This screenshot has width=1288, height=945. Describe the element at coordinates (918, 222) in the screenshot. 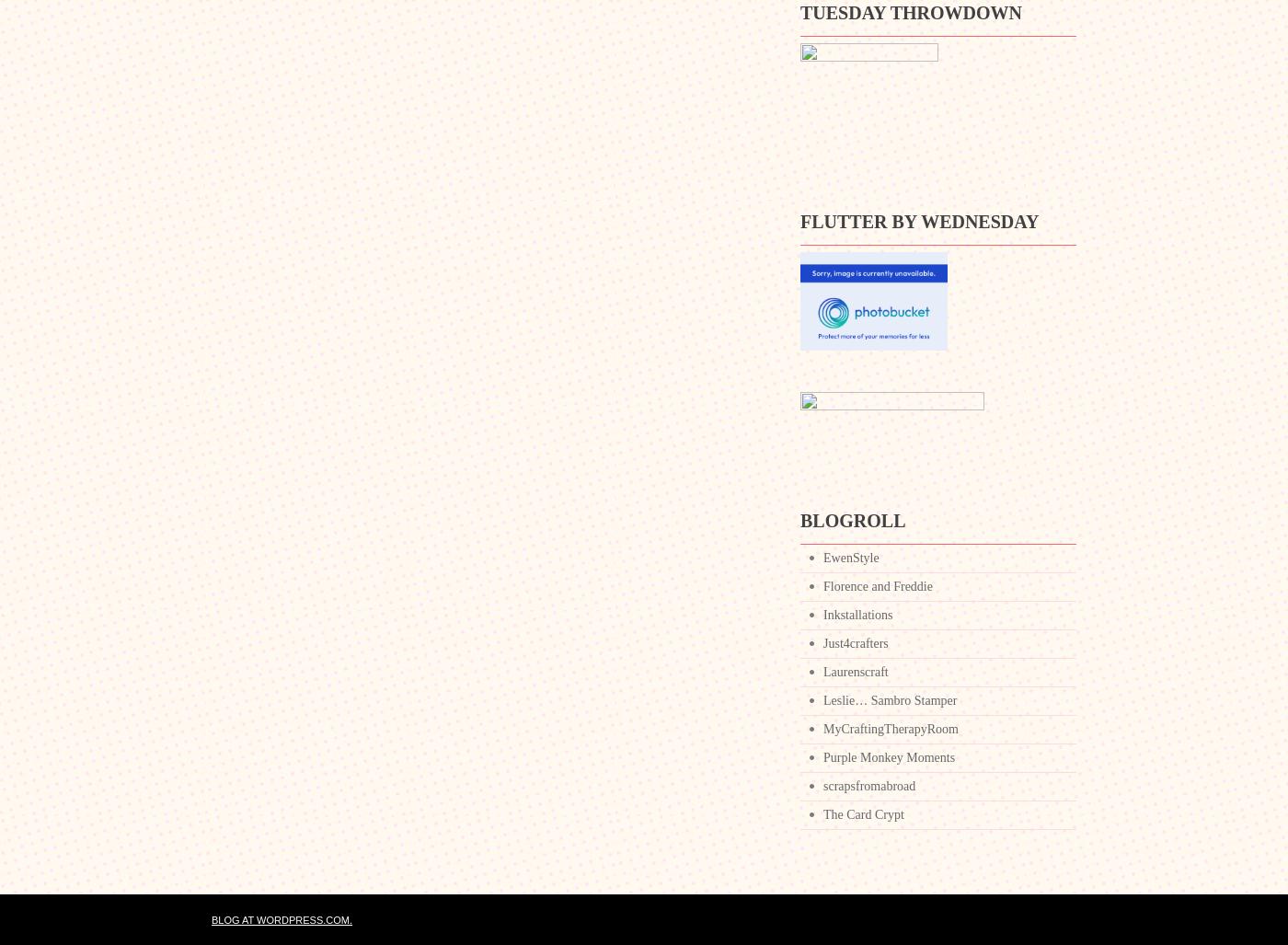

I see `'Flutter By Wednesday'` at that location.